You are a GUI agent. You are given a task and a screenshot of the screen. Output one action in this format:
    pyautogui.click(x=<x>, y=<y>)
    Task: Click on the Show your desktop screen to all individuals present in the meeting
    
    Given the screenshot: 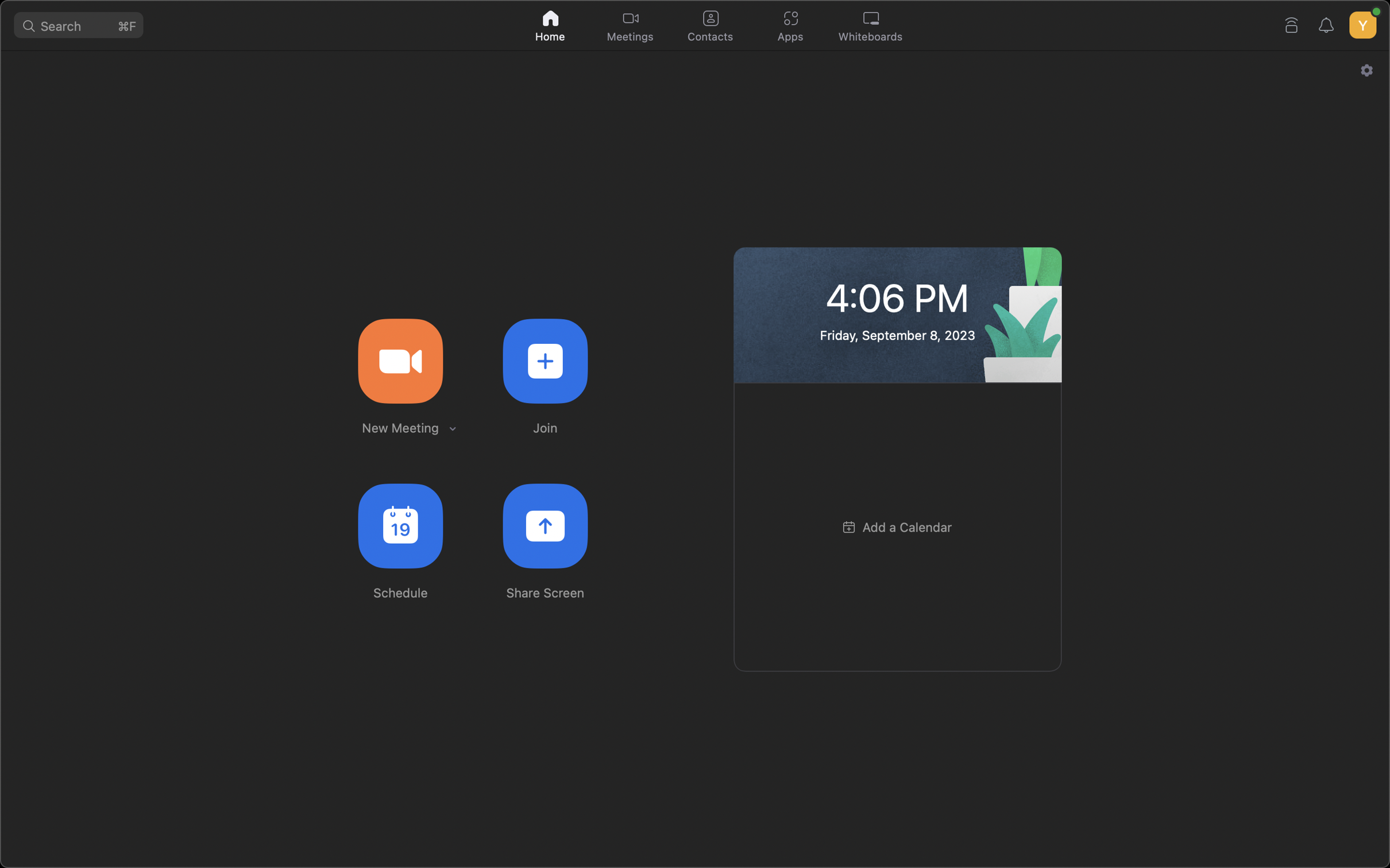 What is the action you would take?
    pyautogui.click(x=546, y=526)
    